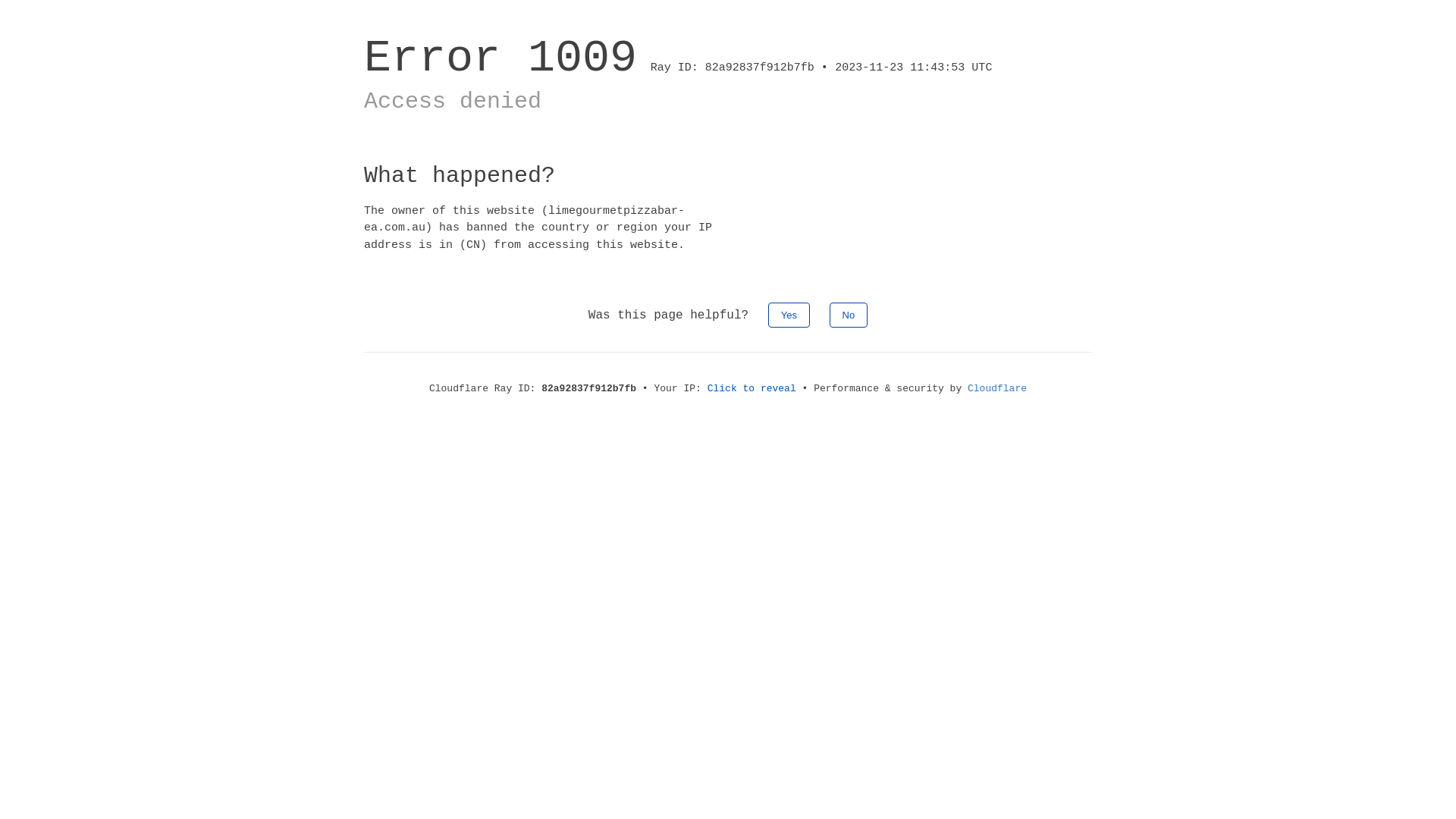  What do you see at coordinates (767, 314) in the screenshot?
I see `'Yes'` at bounding box center [767, 314].